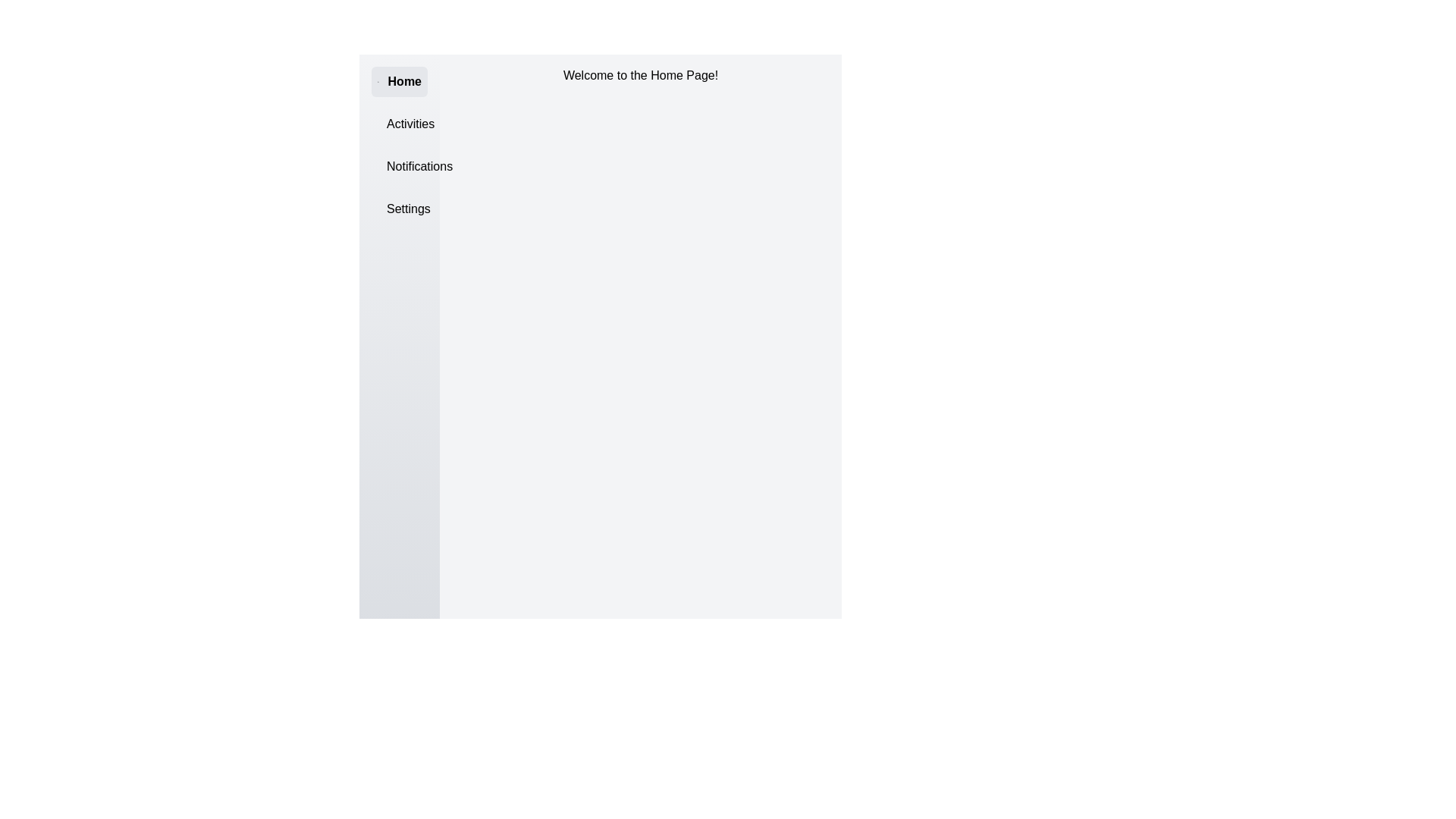  What do you see at coordinates (386, 124) in the screenshot?
I see `the decorative icon next to the 'Activities' menu item` at bounding box center [386, 124].